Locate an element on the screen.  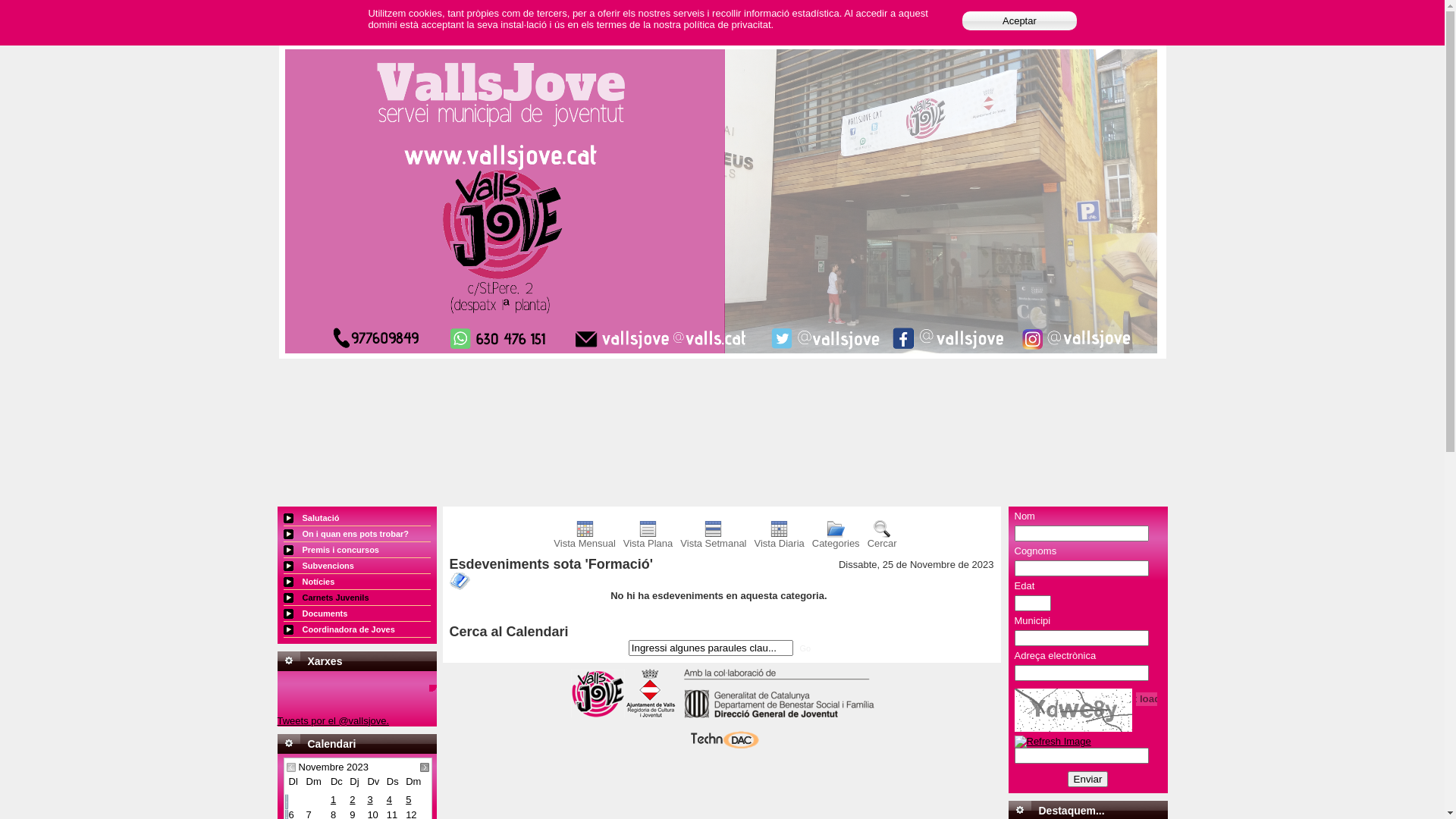
'Cercar' is located at coordinates (882, 538).